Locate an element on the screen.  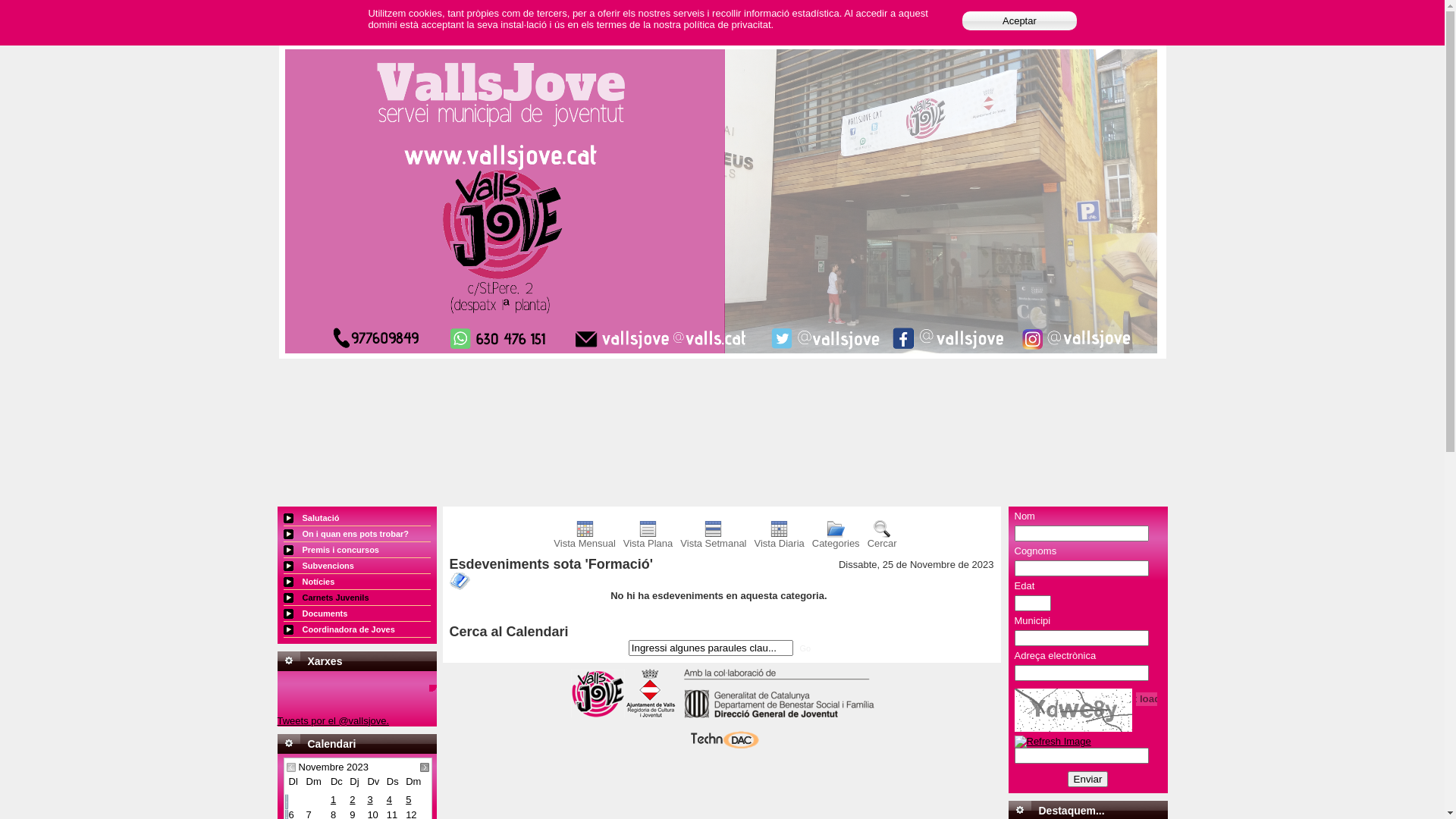
'Cercar' is located at coordinates (882, 538).